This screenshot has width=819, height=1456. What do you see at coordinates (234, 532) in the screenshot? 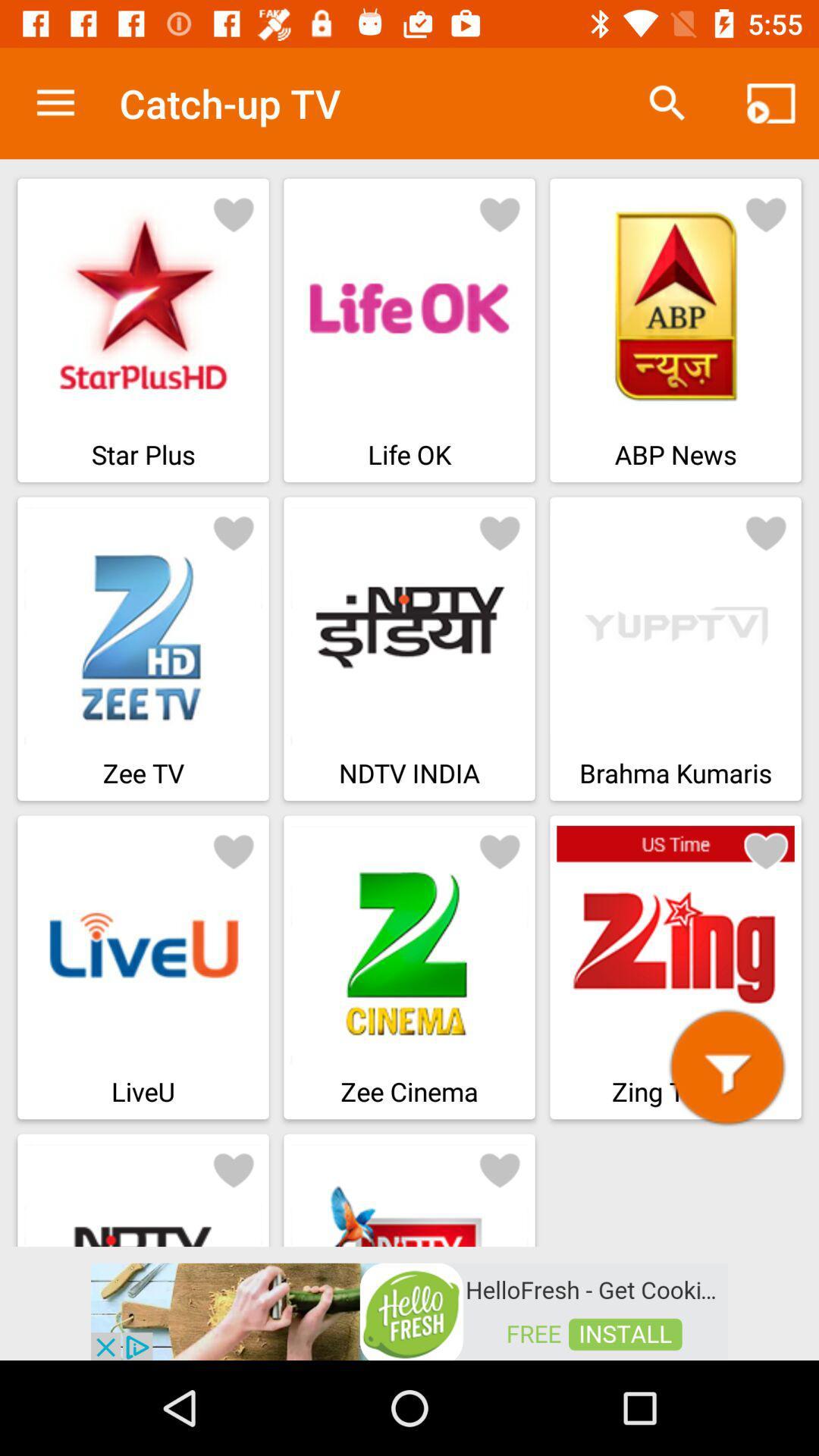
I see `react to the photo` at bounding box center [234, 532].